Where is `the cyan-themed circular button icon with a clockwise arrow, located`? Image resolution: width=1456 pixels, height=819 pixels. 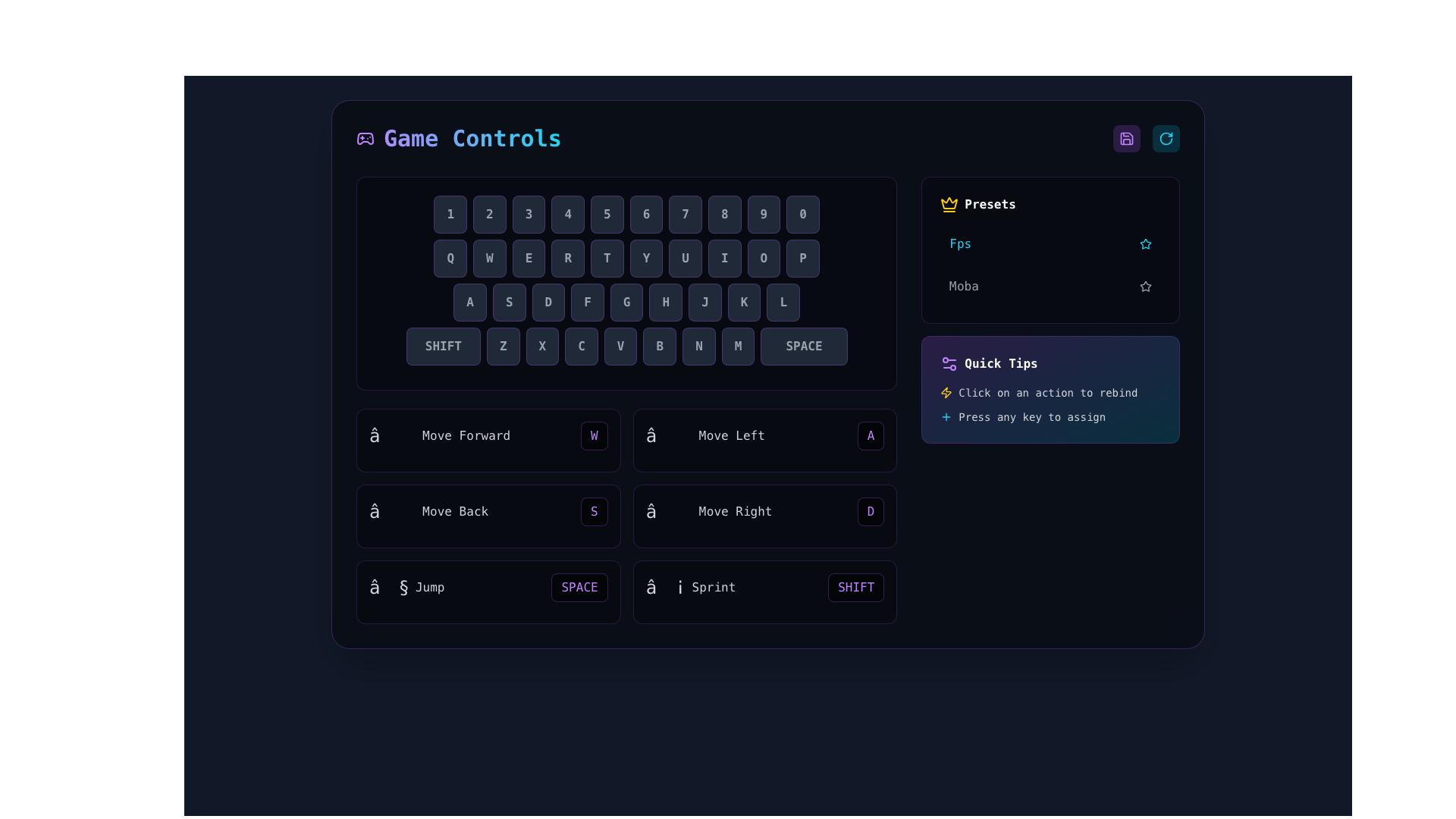 the cyan-themed circular button icon with a clockwise arrow, located is located at coordinates (1165, 138).